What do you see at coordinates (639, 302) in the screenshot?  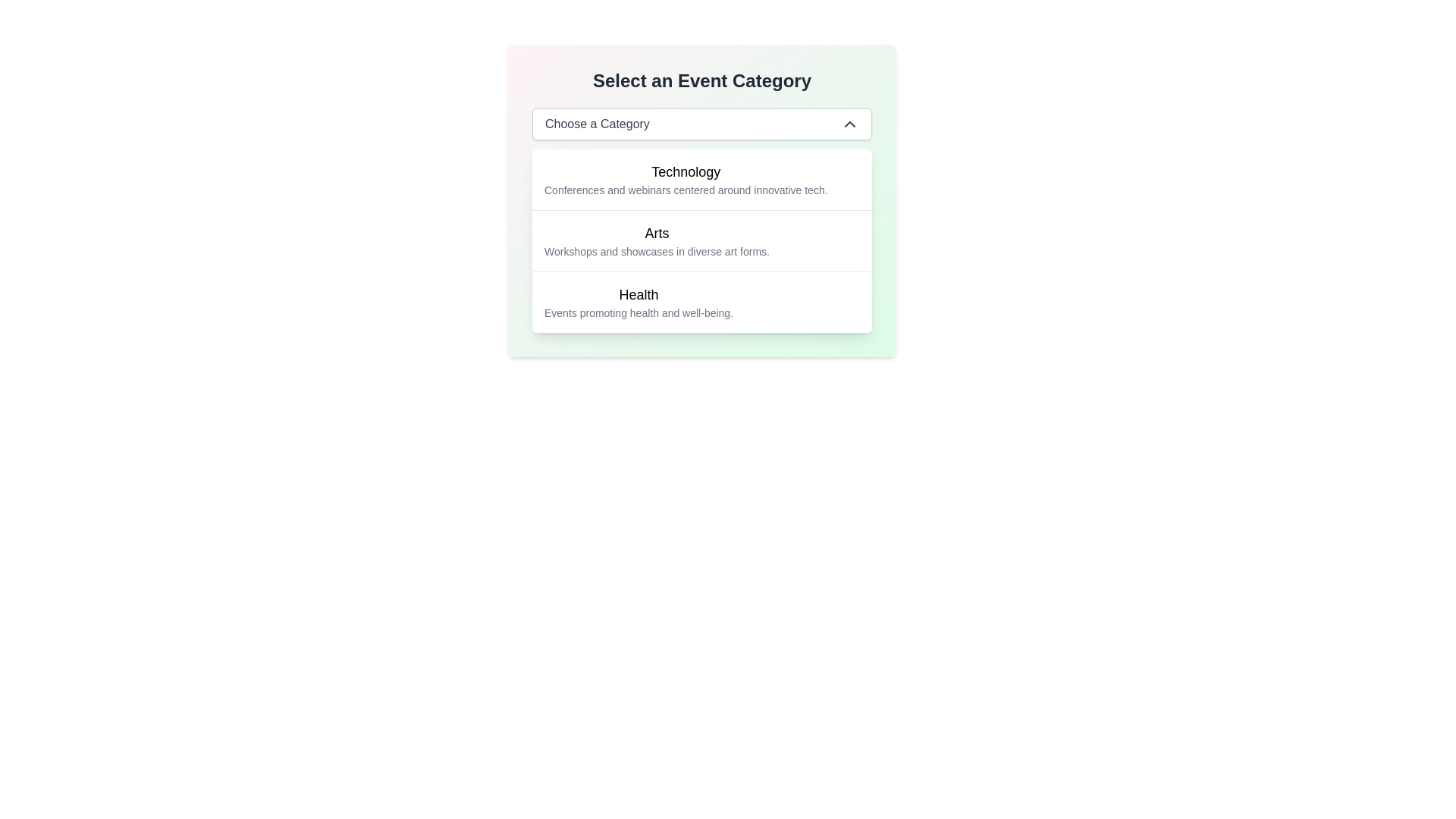 I see `the text block representing the health and well-being category in the dropdown menu` at bounding box center [639, 302].